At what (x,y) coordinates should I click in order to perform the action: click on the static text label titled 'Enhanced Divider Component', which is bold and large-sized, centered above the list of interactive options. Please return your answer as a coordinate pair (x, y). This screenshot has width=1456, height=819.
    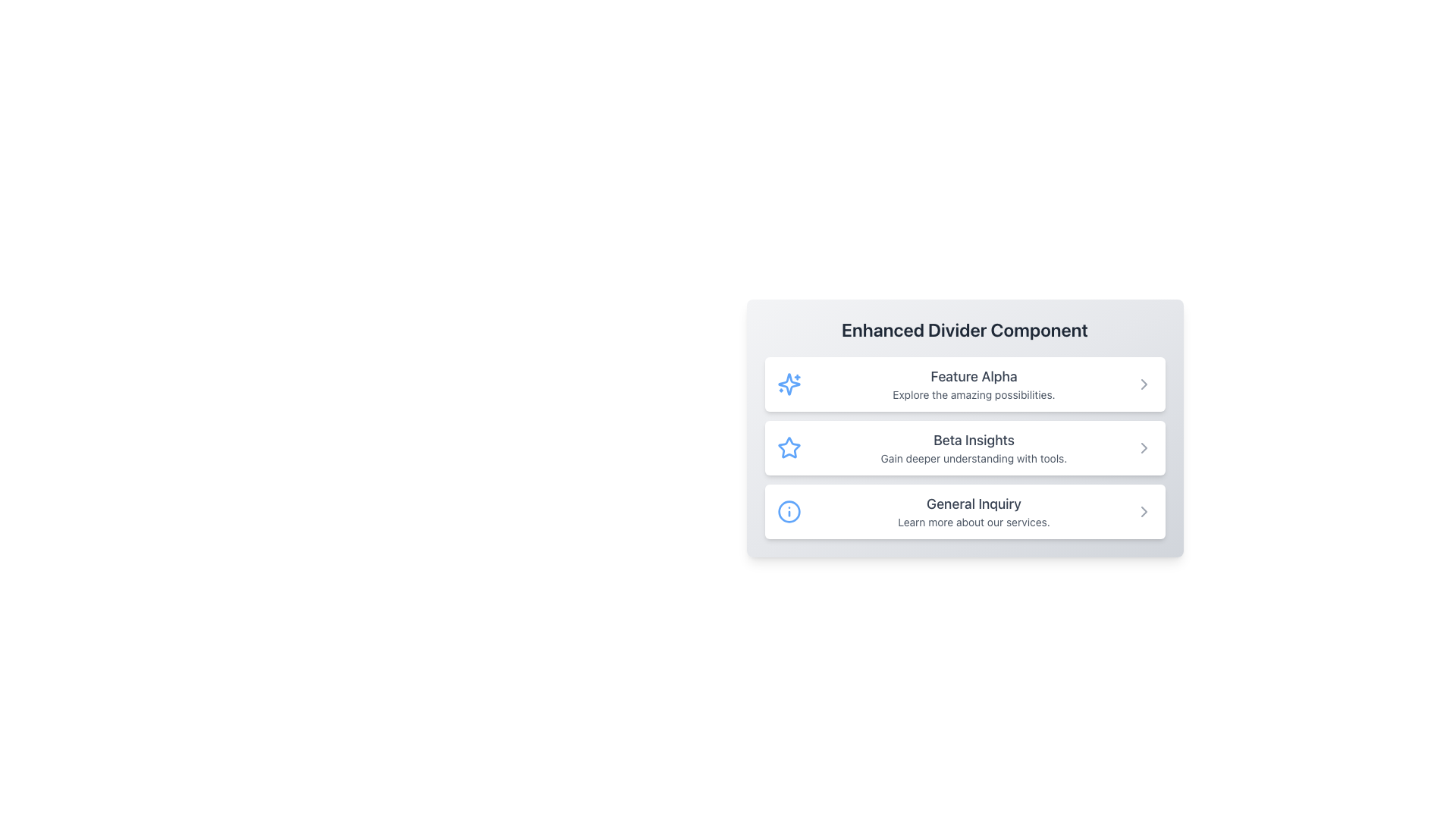
    Looking at the image, I should click on (964, 329).